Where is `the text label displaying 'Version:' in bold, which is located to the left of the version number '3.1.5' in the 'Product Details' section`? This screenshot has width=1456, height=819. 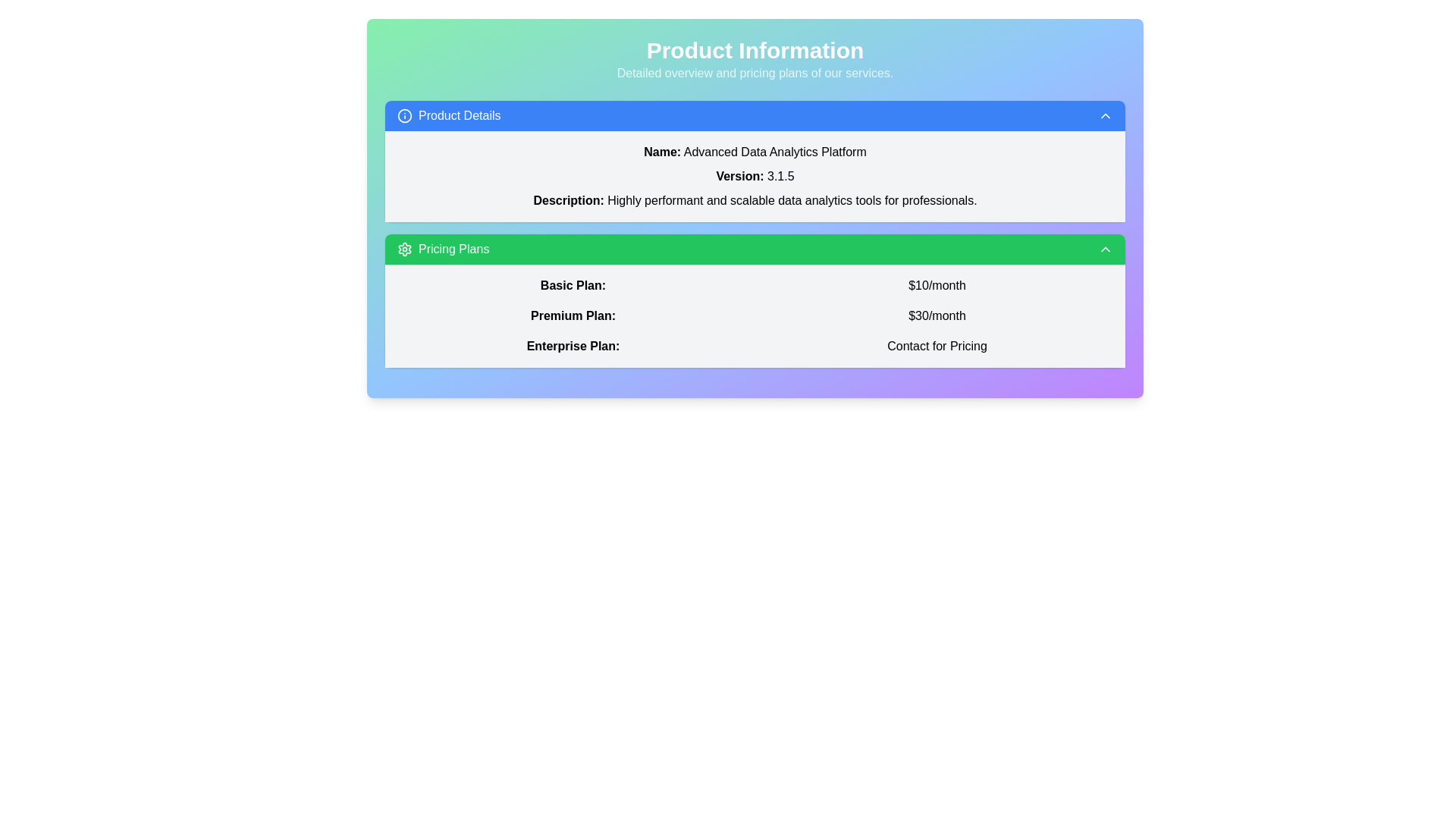
the text label displaying 'Version:' in bold, which is located to the left of the version number '3.1.5' in the 'Product Details' section is located at coordinates (739, 175).